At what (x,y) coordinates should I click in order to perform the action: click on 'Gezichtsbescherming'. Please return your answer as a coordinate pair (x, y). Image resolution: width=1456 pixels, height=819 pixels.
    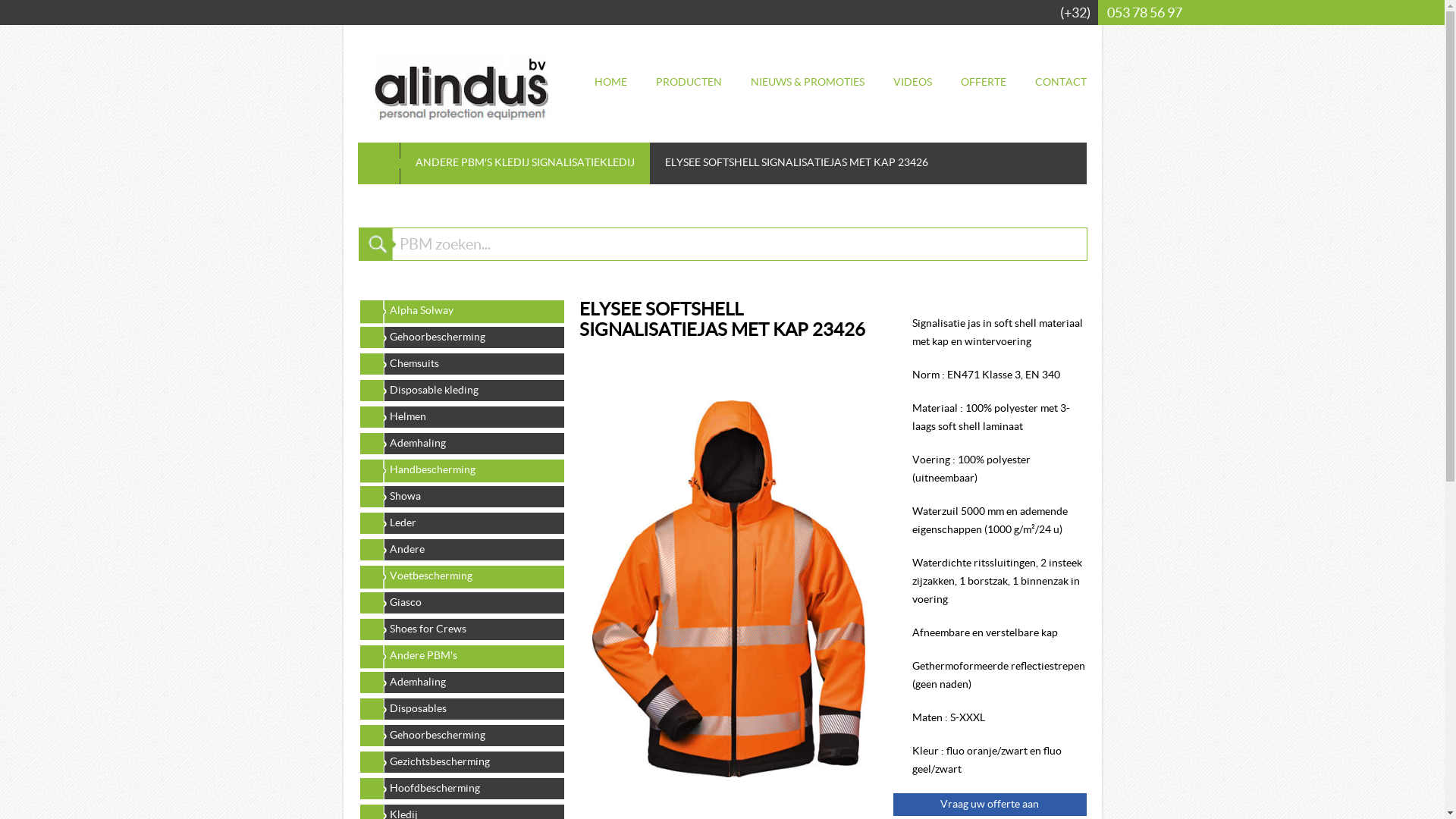
    Looking at the image, I should click on (460, 761).